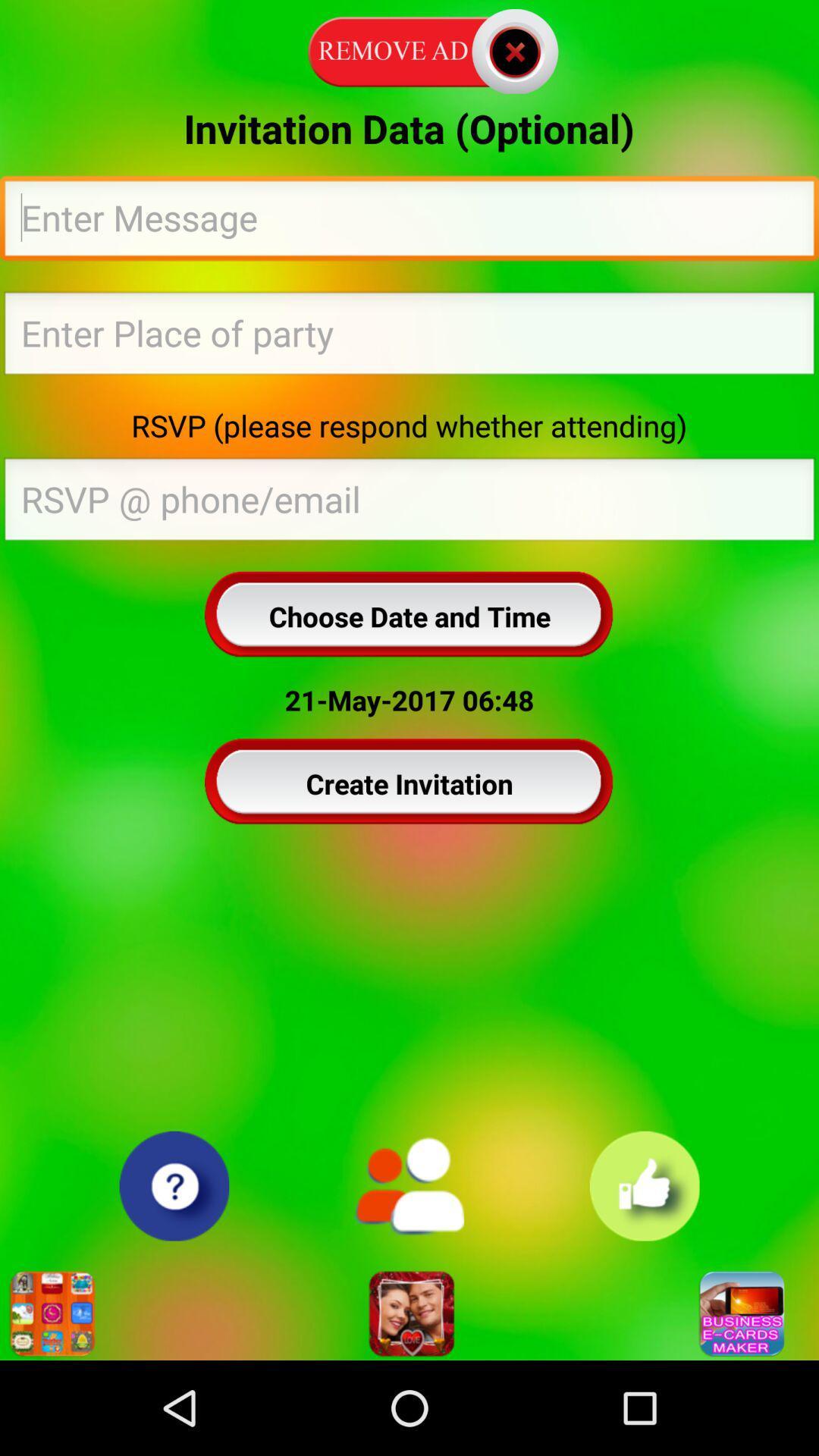 The image size is (819, 1456). Describe the element at coordinates (409, 783) in the screenshot. I see `the create invitation button` at that location.